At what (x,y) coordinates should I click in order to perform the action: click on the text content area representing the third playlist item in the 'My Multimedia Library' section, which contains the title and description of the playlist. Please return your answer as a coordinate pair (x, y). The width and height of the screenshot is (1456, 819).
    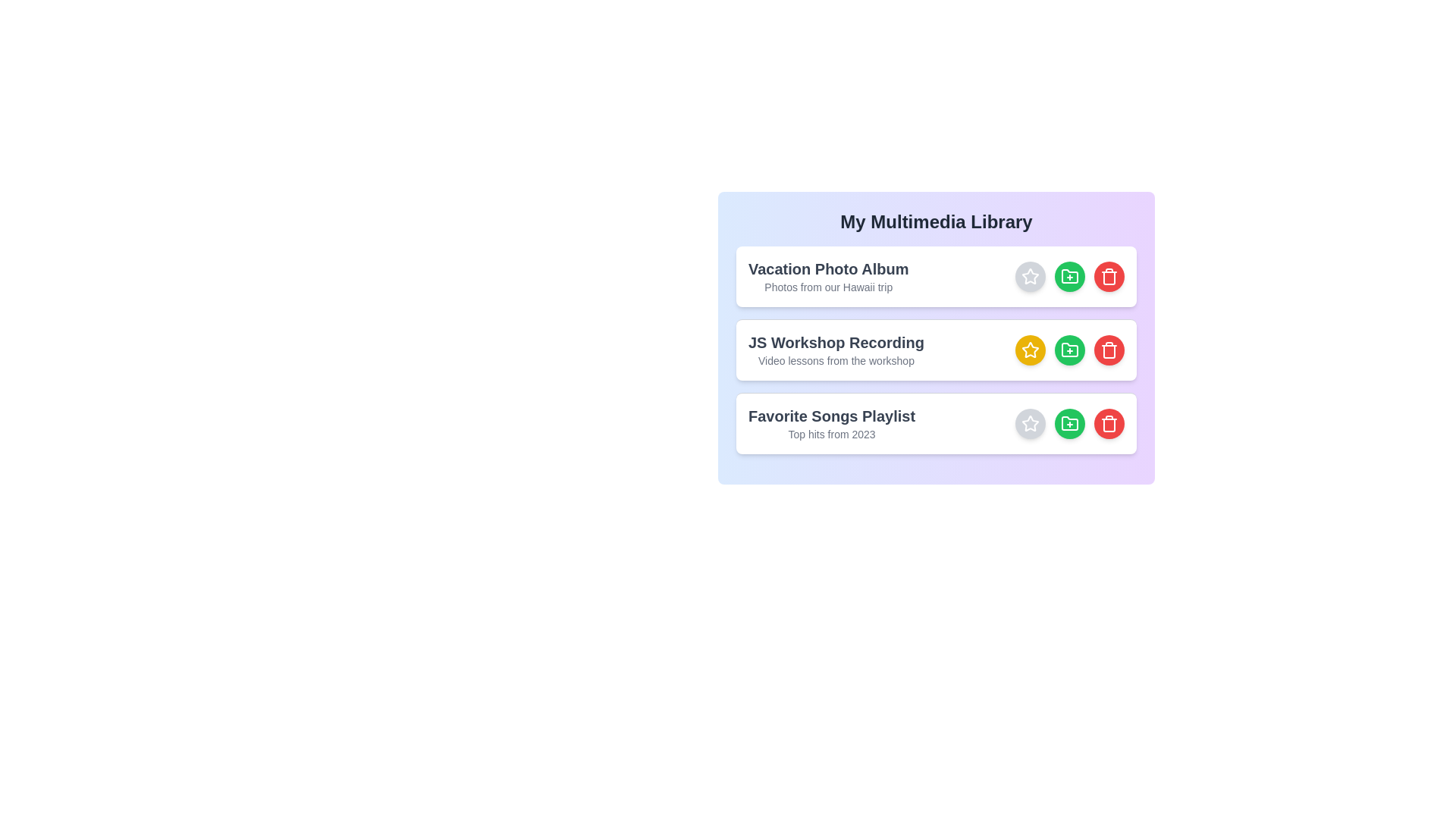
    Looking at the image, I should click on (831, 424).